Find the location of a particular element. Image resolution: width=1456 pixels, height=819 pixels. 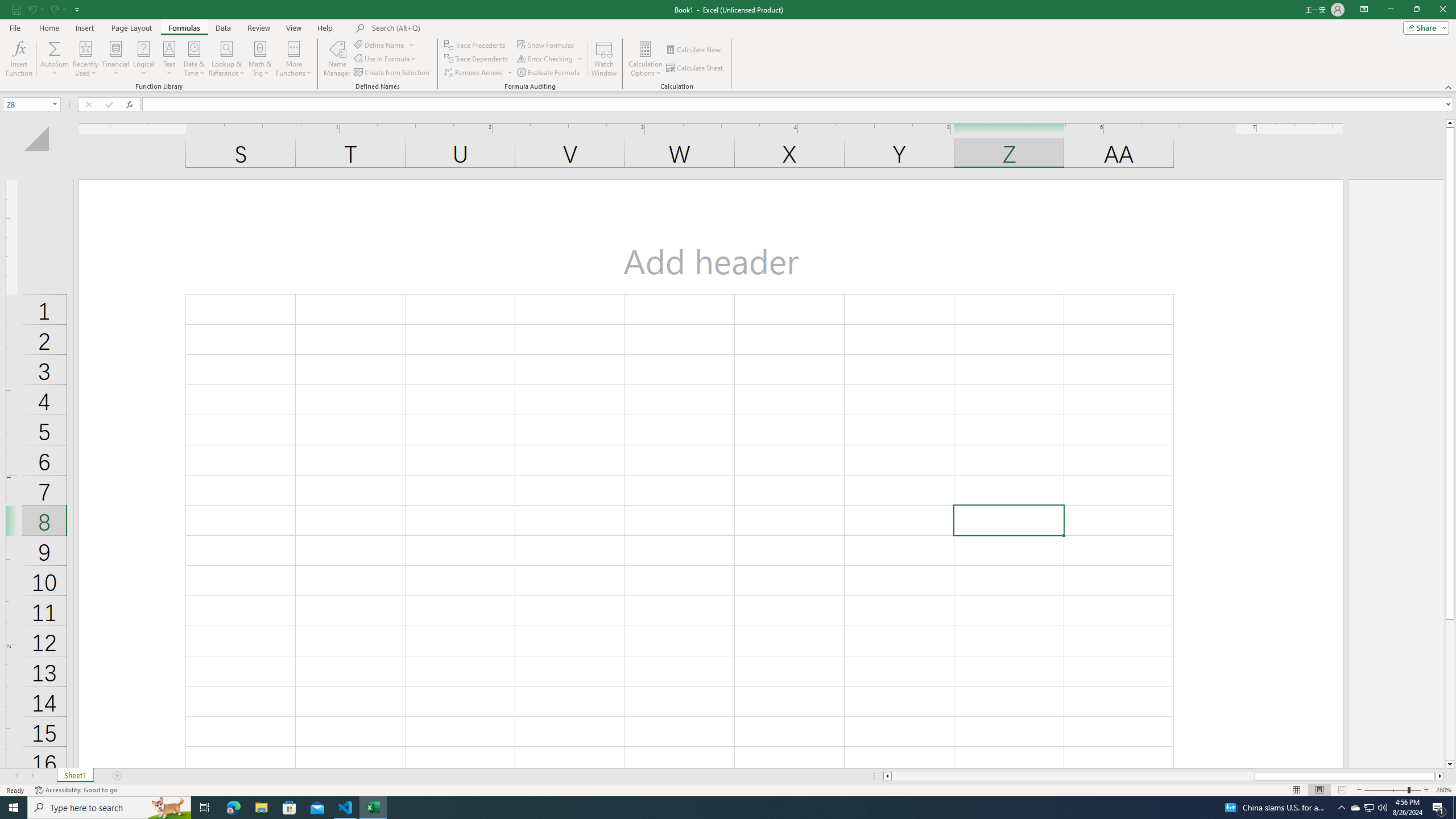

'Trace Precedents' is located at coordinates (475, 44).